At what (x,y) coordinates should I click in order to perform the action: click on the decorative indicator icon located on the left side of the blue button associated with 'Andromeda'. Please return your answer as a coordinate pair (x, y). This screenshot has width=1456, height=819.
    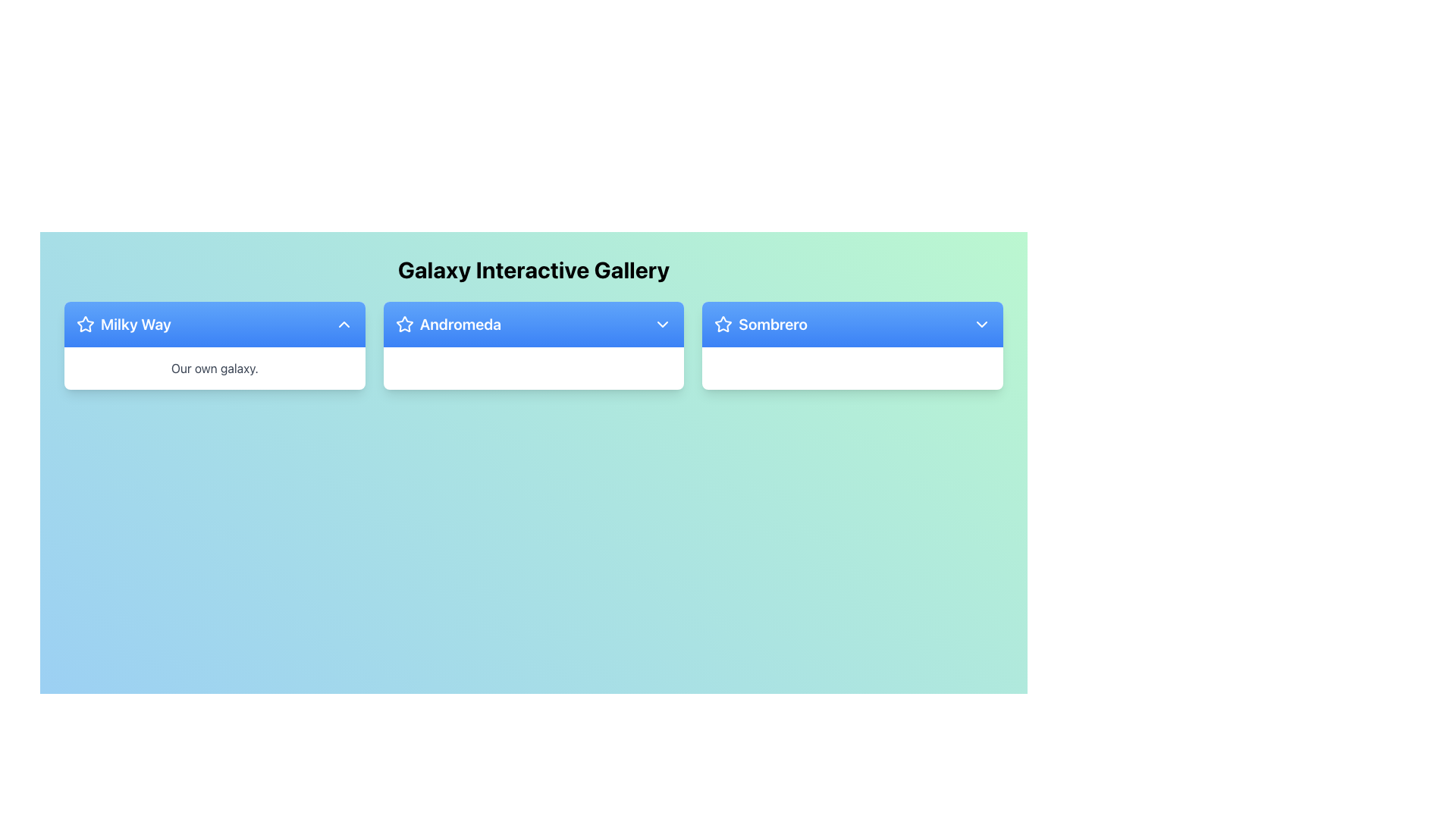
    Looking at the image, I should click on (404, 323).